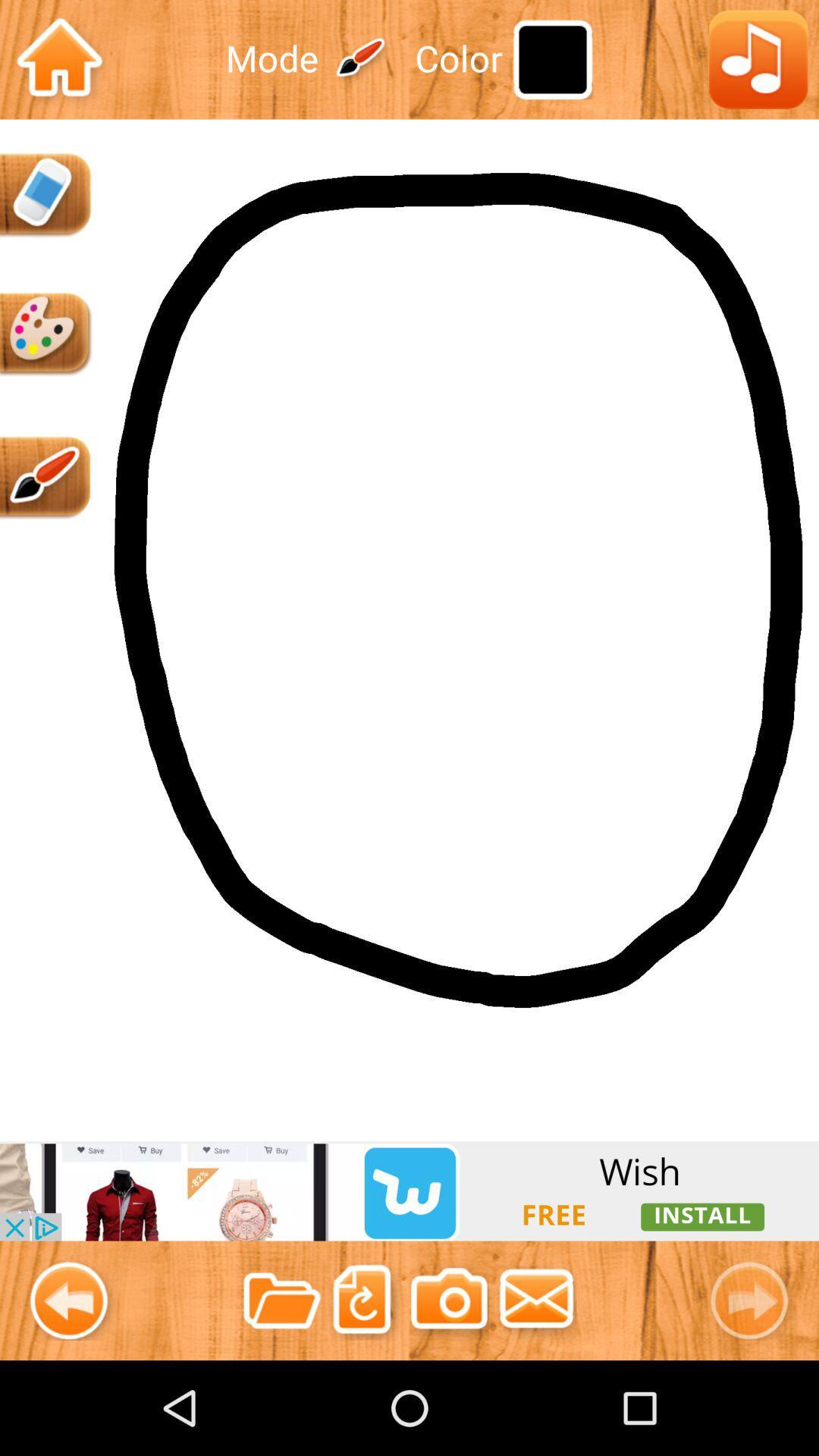  What do you see at coordinates (59, 59) in the screenshot?
I see `homepage` at bounding box center [59, 59].